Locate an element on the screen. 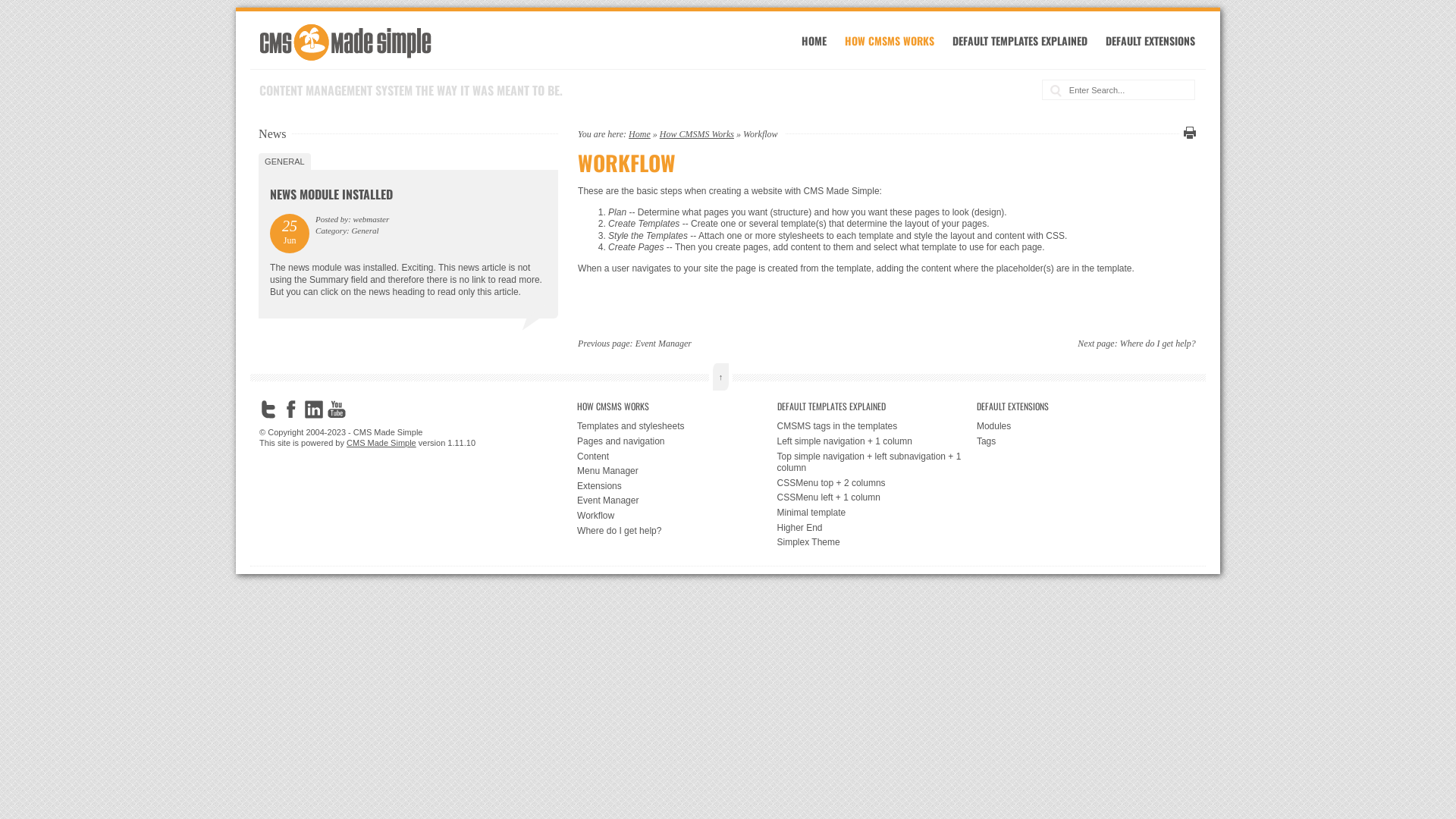  'YouTube' is located at coordinates (336, 409).